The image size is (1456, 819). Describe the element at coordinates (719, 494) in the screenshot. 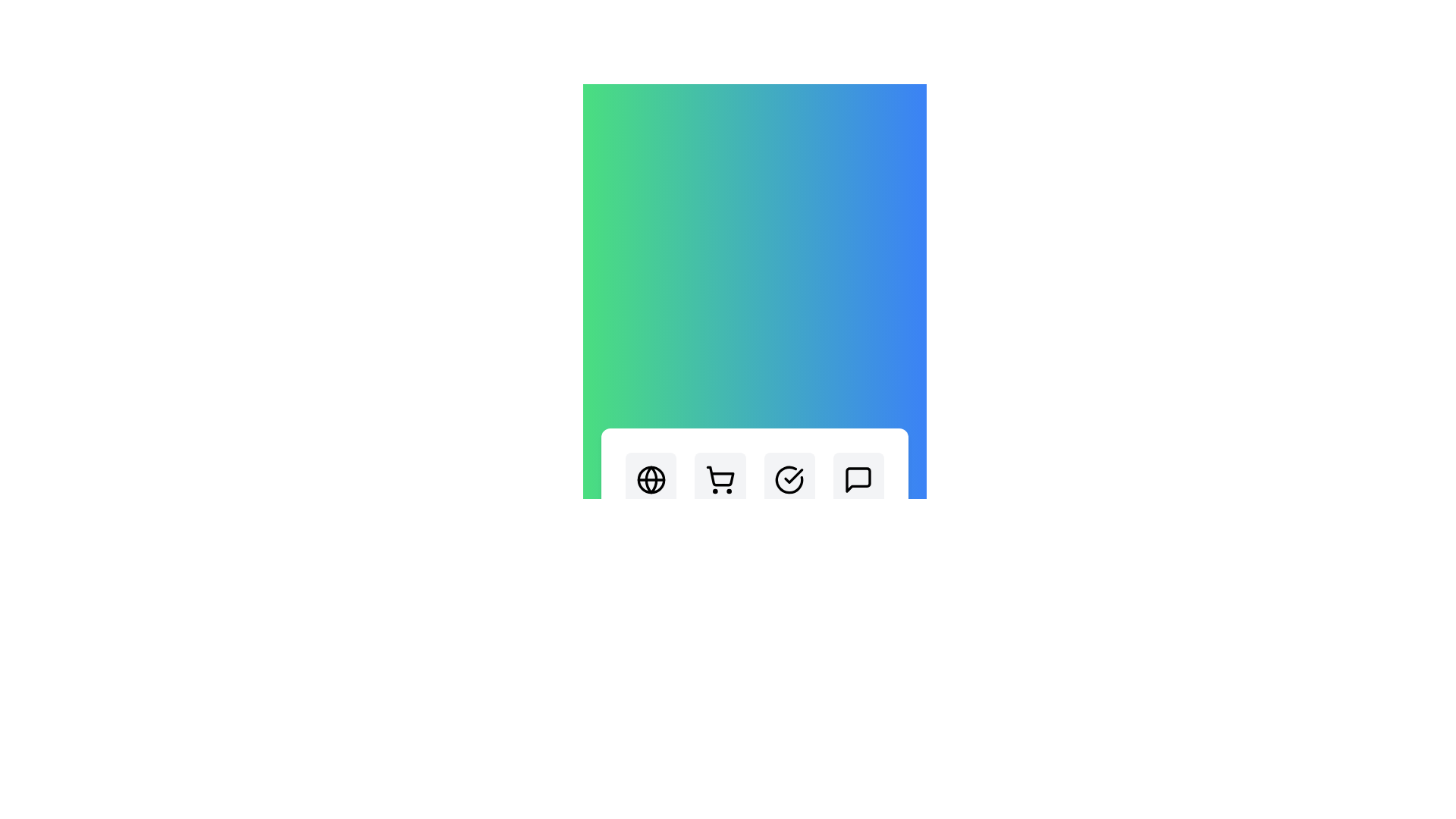

I see `the second card in the grid layout that serves as a button leading to a shopping-related section, positioned between the 'Explore' card and the 'Complete' card` at that location.